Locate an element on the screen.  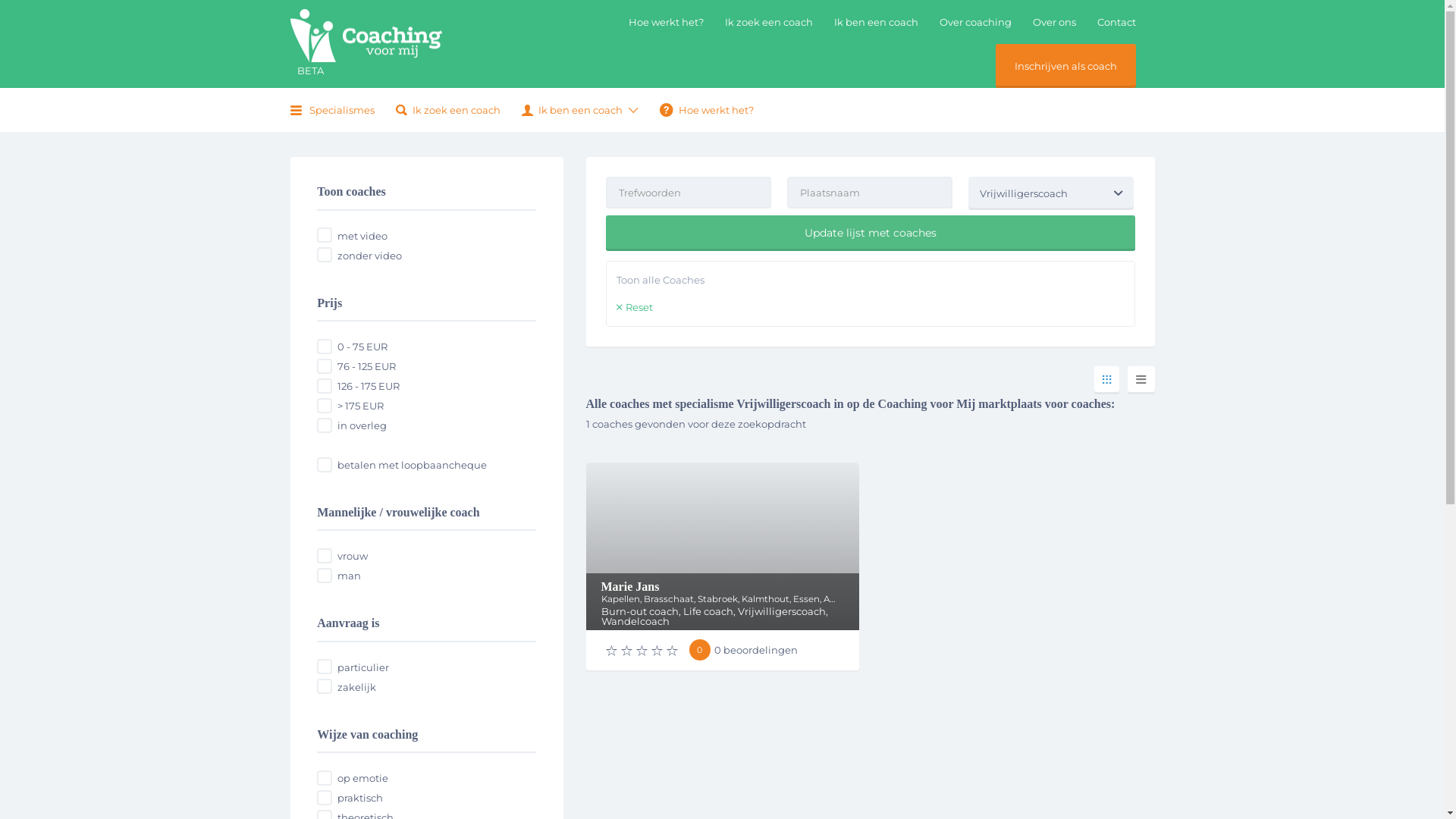
'Over coaching' is located at coordinates (974, 22).